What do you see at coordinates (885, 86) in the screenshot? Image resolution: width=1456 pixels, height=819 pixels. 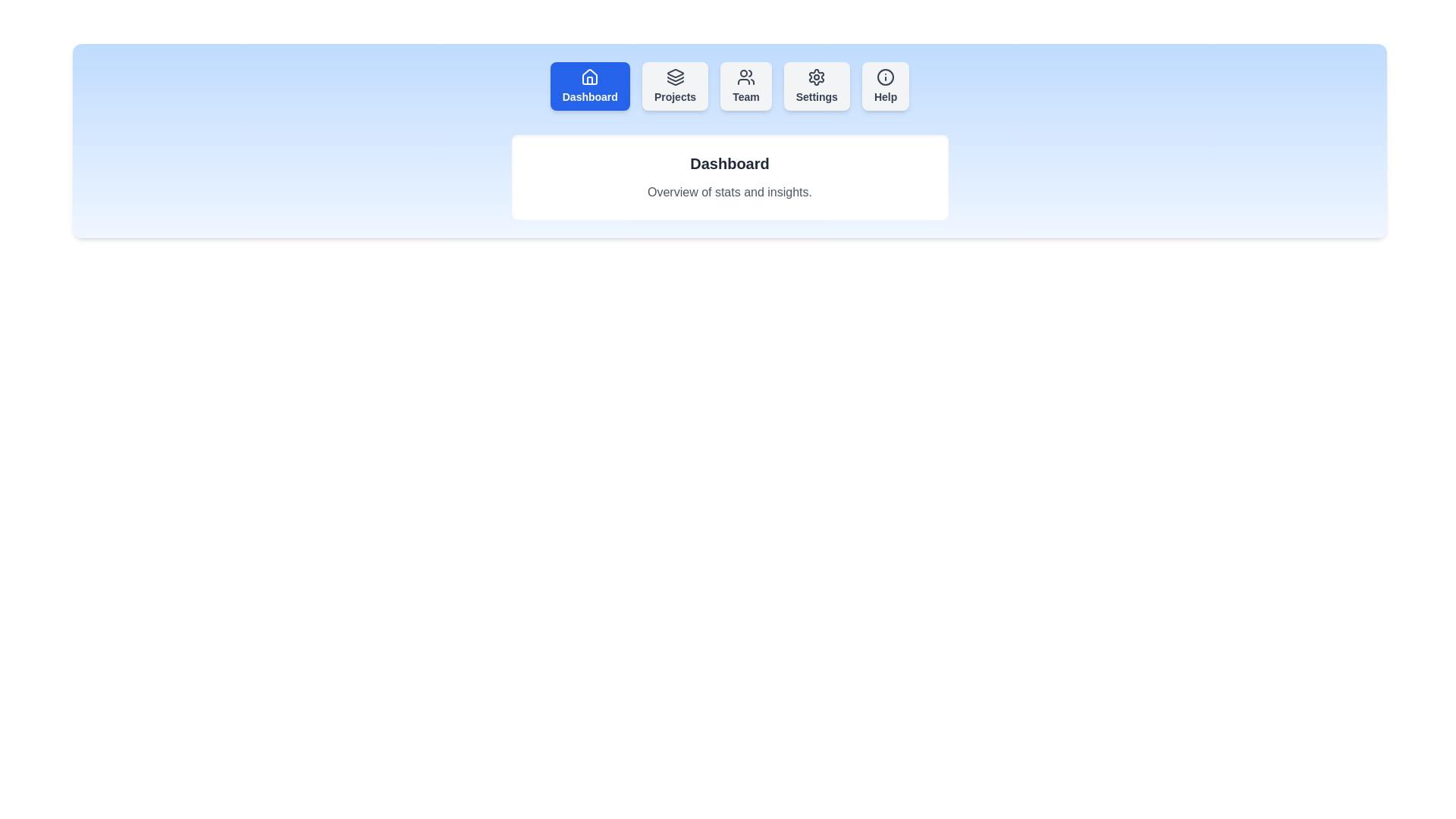 I see `the tab button labeled Help` at bounding box center [885, 86].